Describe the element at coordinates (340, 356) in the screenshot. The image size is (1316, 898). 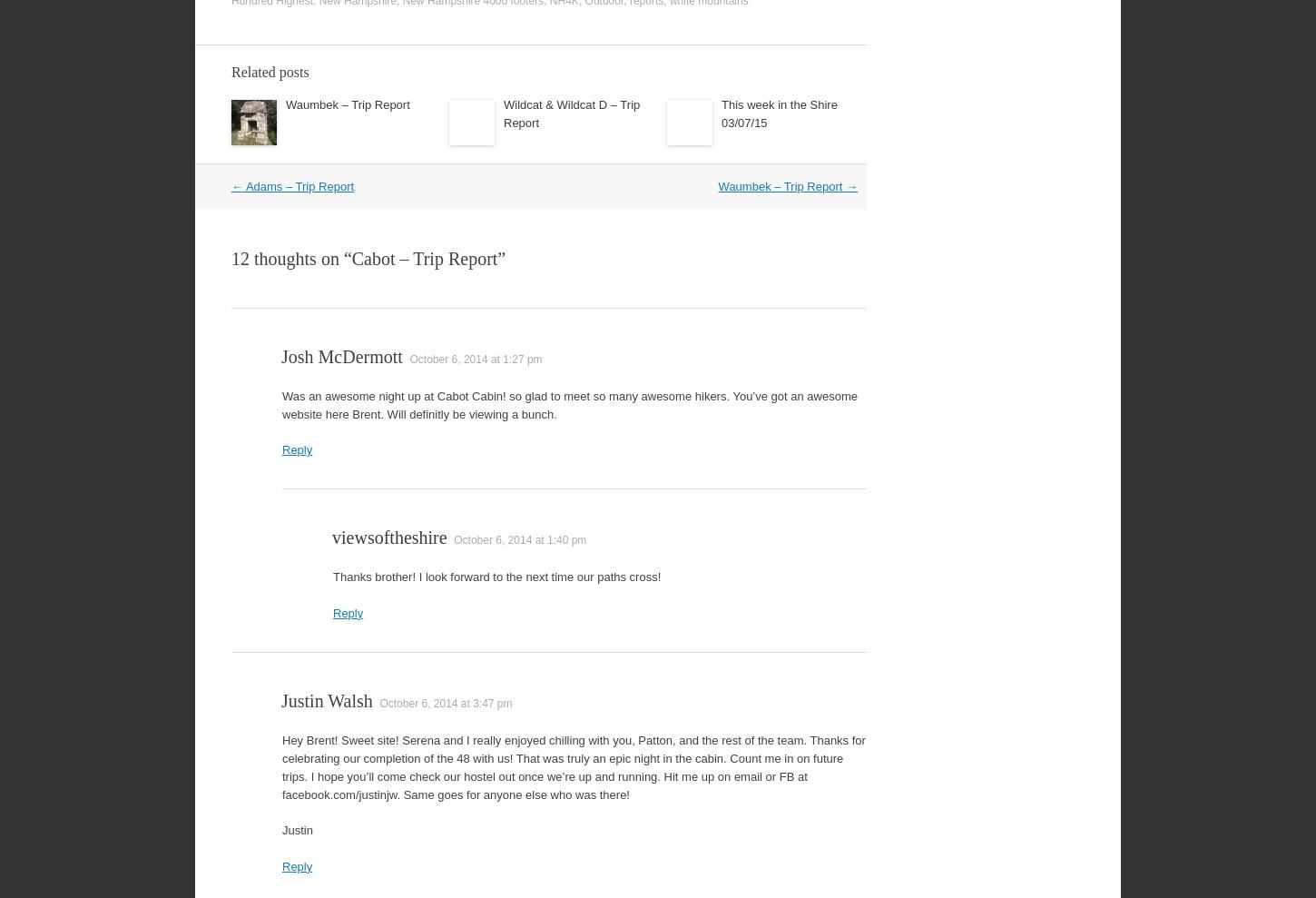
I see `'Josh McDermott'` at that location.